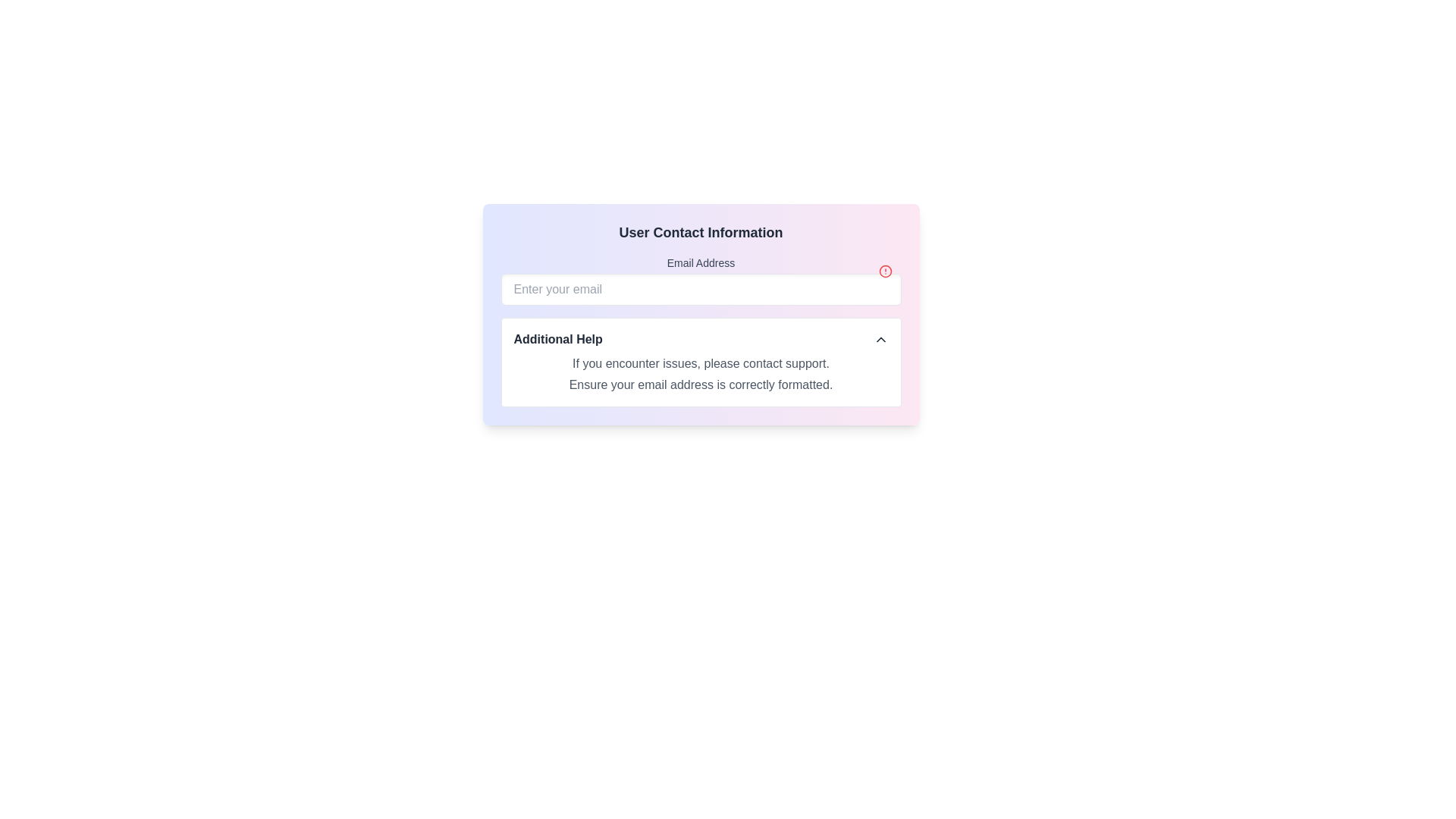 The image size is (1456, 819). Describe the element at coordinates (880, 338) in the screenshot. I see `the chevron down SVG icon located to the far right of the 'Additional Help' text, which suggests an expandable or collapsible section, to potentially display a tooltip` at that location.